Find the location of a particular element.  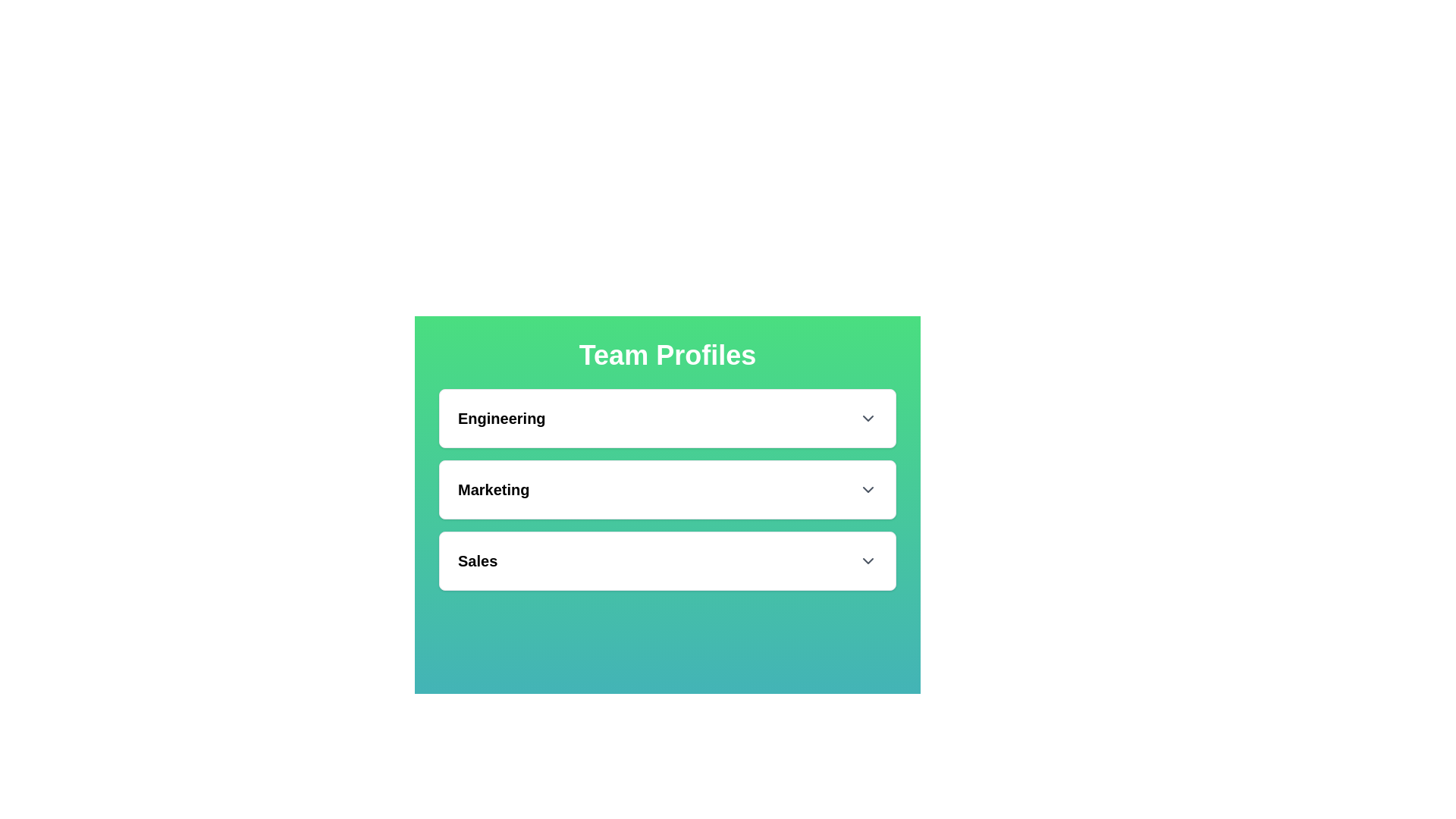

text from the 'Marketing' label, which is prominently displayed in a large, bold font within the 'Team Profiles' list, positioned second between 'Engineering' and 'Sales' is located at coordinates (494, 489).